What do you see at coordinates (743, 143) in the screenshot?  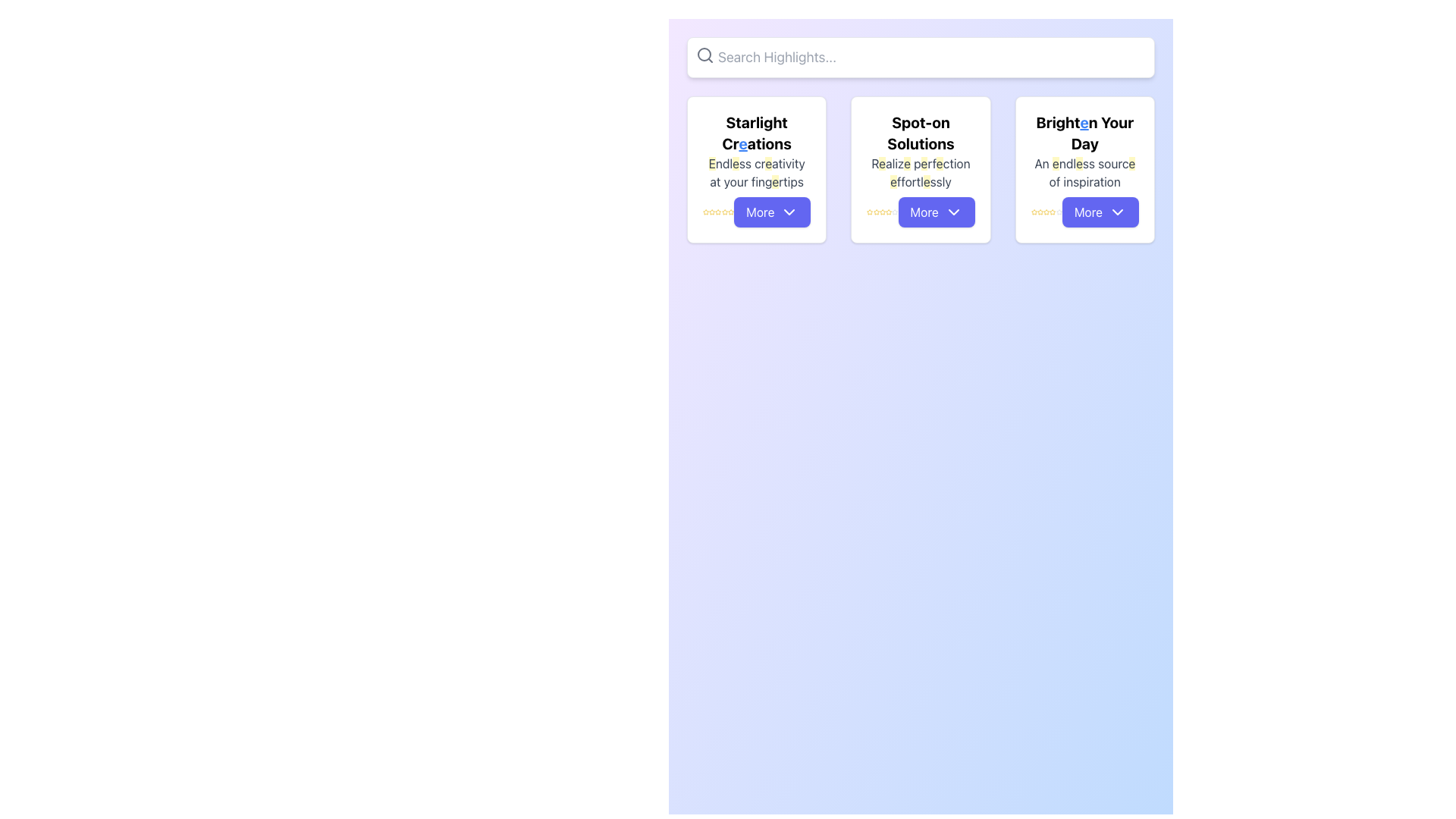 I see `the styled text that forms part of the title 'Starlight Creations'` at bounding box center [743, 143].